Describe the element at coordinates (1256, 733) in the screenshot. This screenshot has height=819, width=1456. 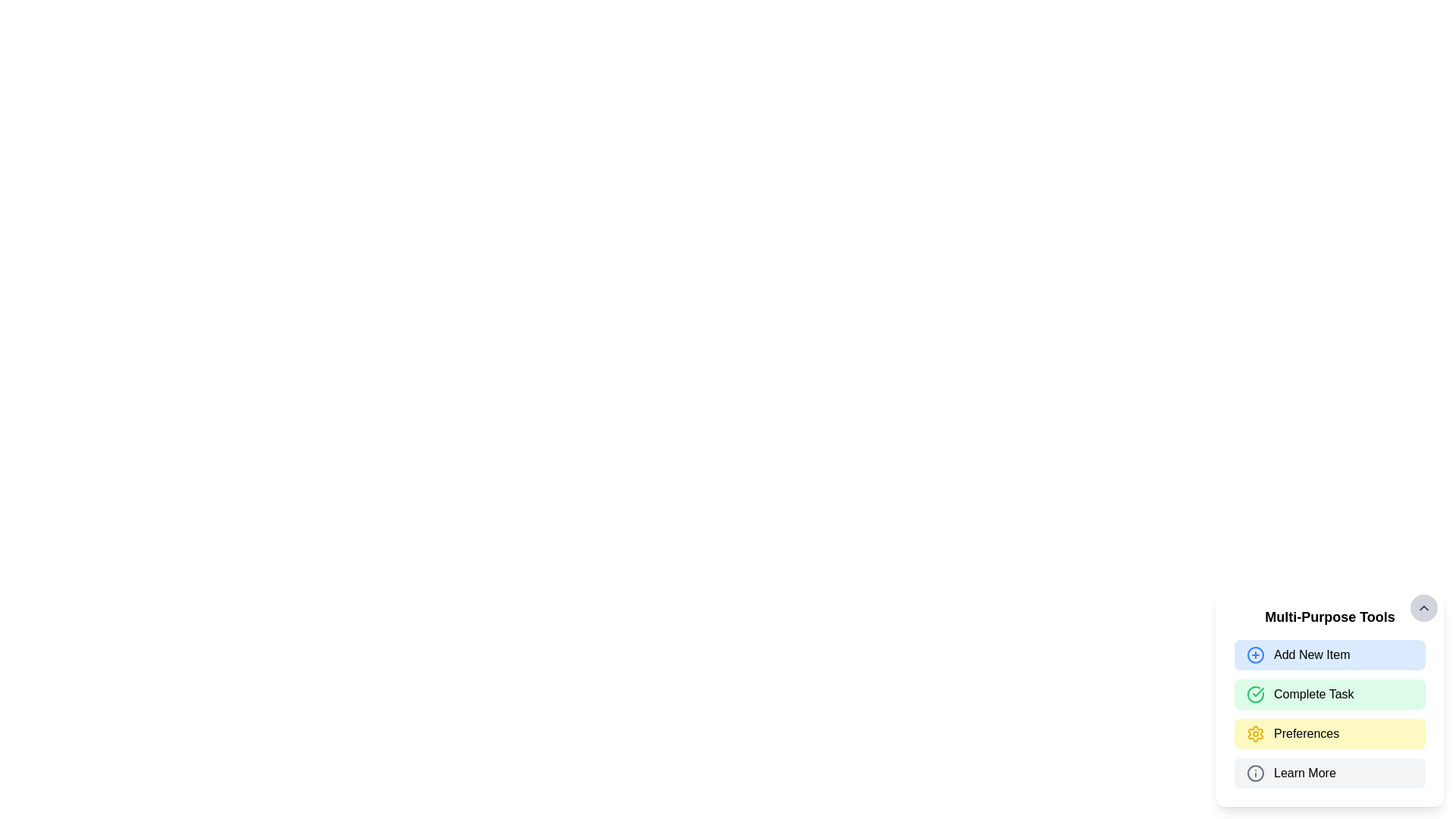
I see `settings gear icon located at the bottom-right area of the interface under the 'Preferences' section of the 'Multi-Purpose Tools' panel` at that location.